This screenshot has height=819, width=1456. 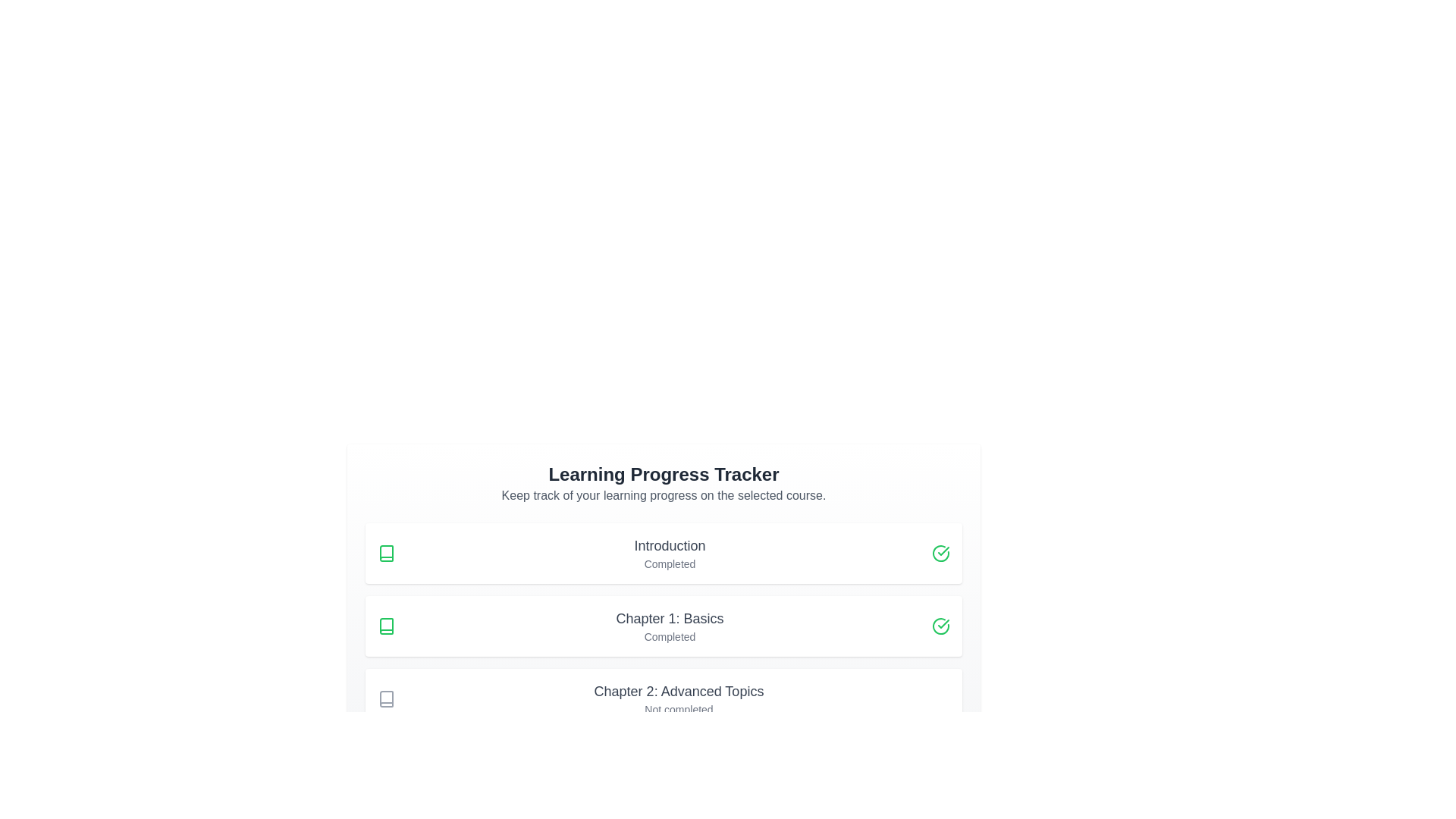 I want to click on the circular completion indicator icon located to the right of the 'Chapter 1: Basics' list item in the progress tracker section, so click(x=940, y=626).